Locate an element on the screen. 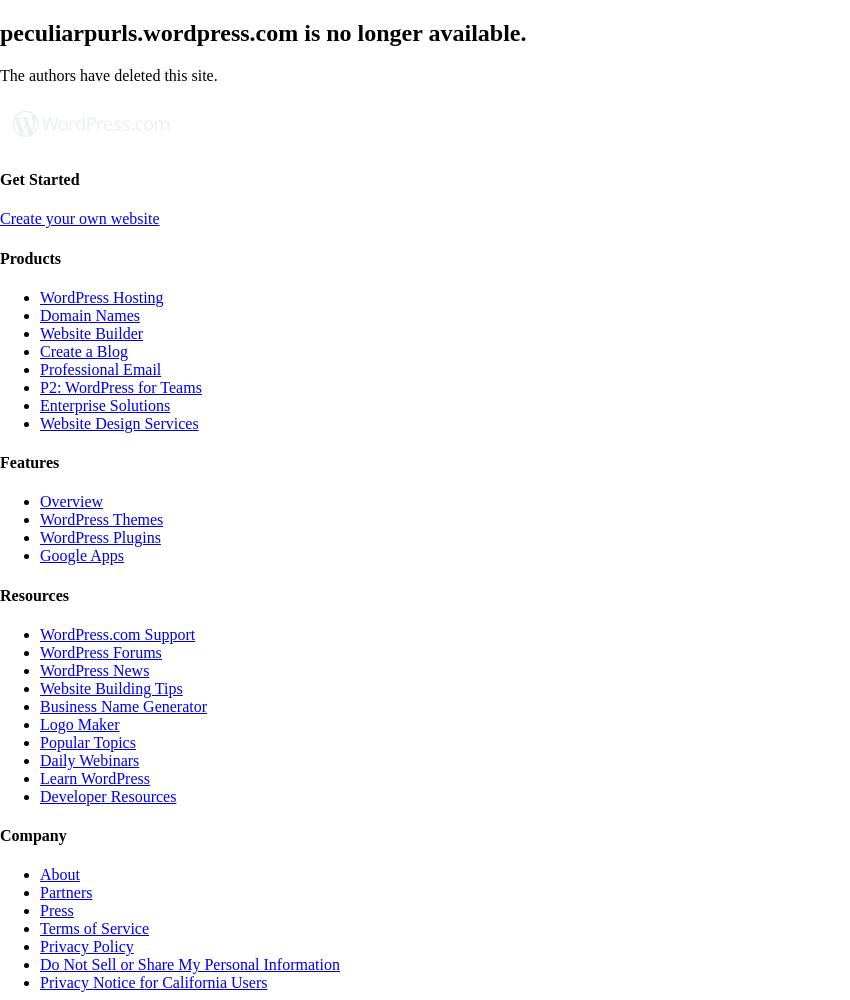 Image resolution: width=850 pixels, height=1000 pixels. 'Press' is located at coordinates (56, 910).